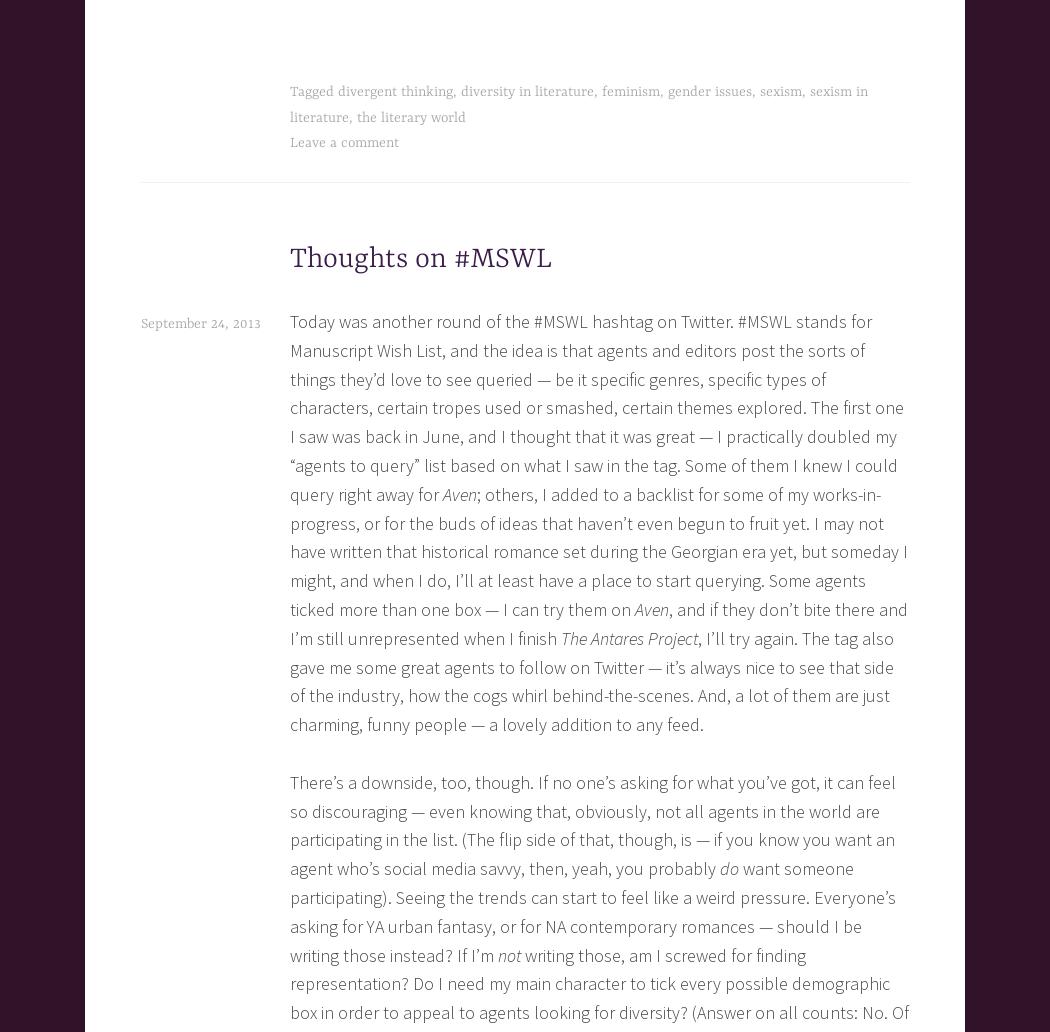 The height and width of the screenshot is (1032, 1050). What do you see at coordinates (356, 117) in the screenshot?
I see `'the literary world'` at bounding box center [356, 117].